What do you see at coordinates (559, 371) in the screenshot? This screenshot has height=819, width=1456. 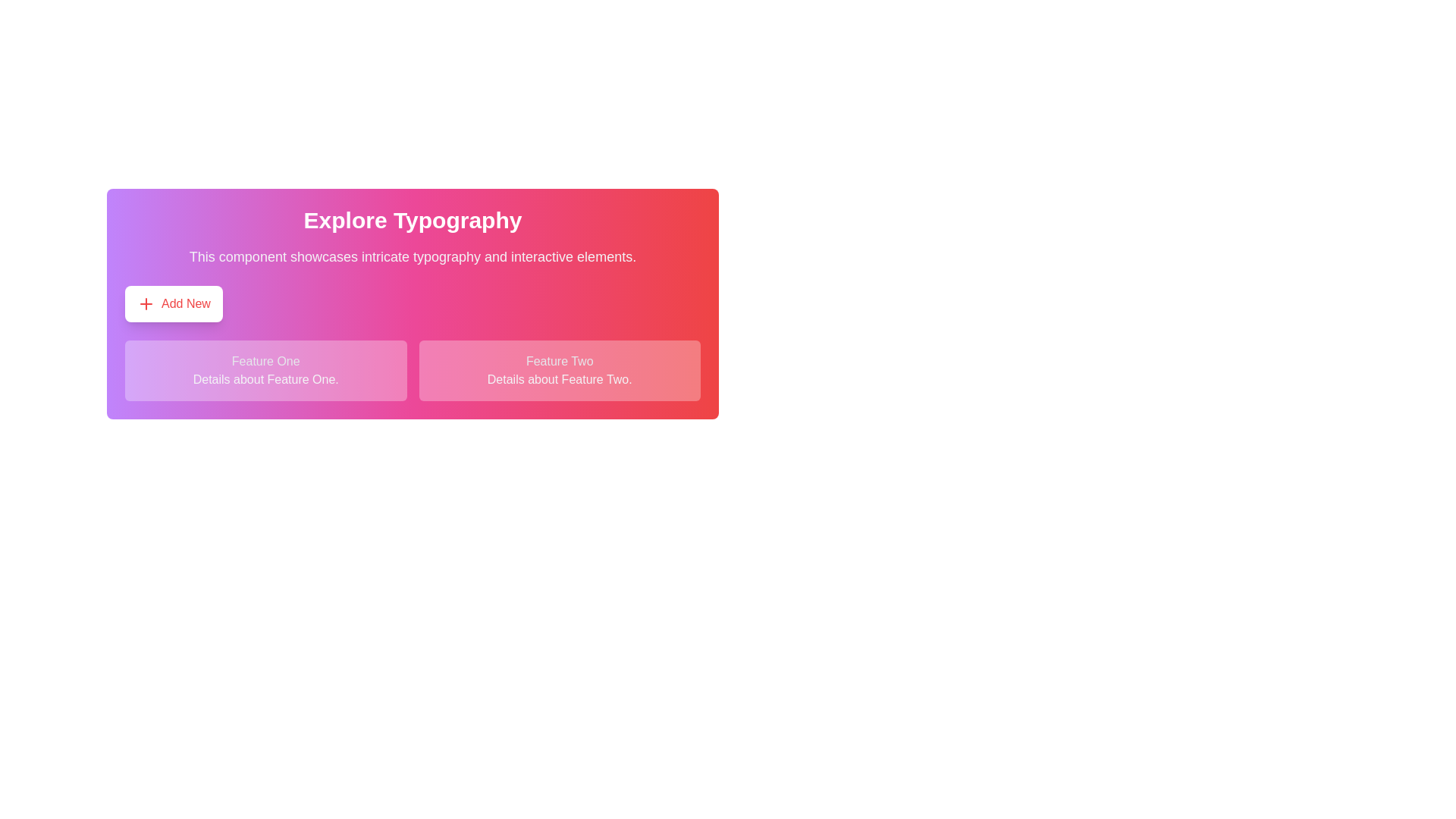 I see `the informational card displaying 'Feature Two' that provides details about this feature, located in the right column of the two-column grid layout` at bounding box center [559, 371].